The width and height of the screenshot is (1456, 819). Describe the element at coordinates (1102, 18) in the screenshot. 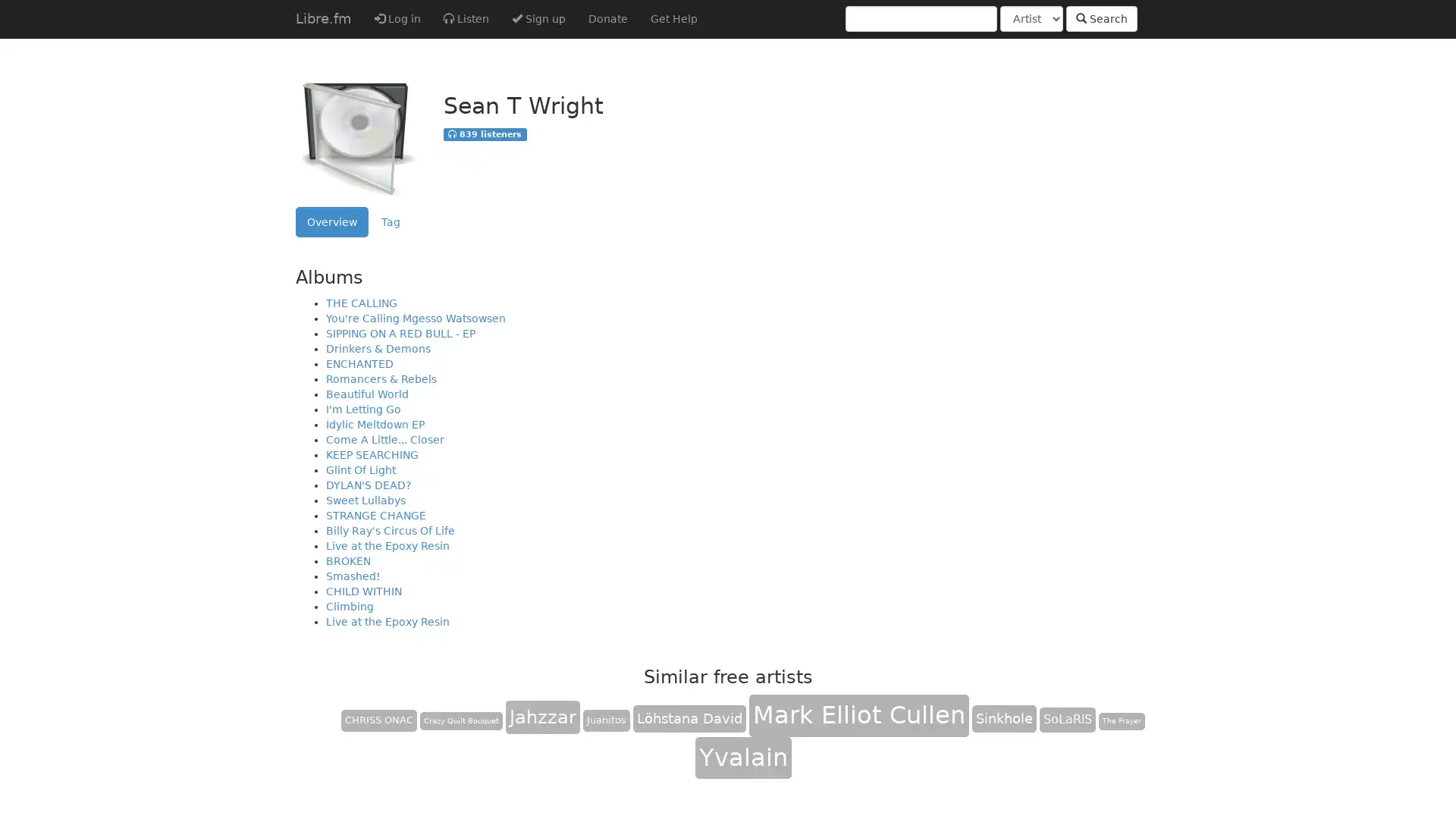

I see `Search` at that location.